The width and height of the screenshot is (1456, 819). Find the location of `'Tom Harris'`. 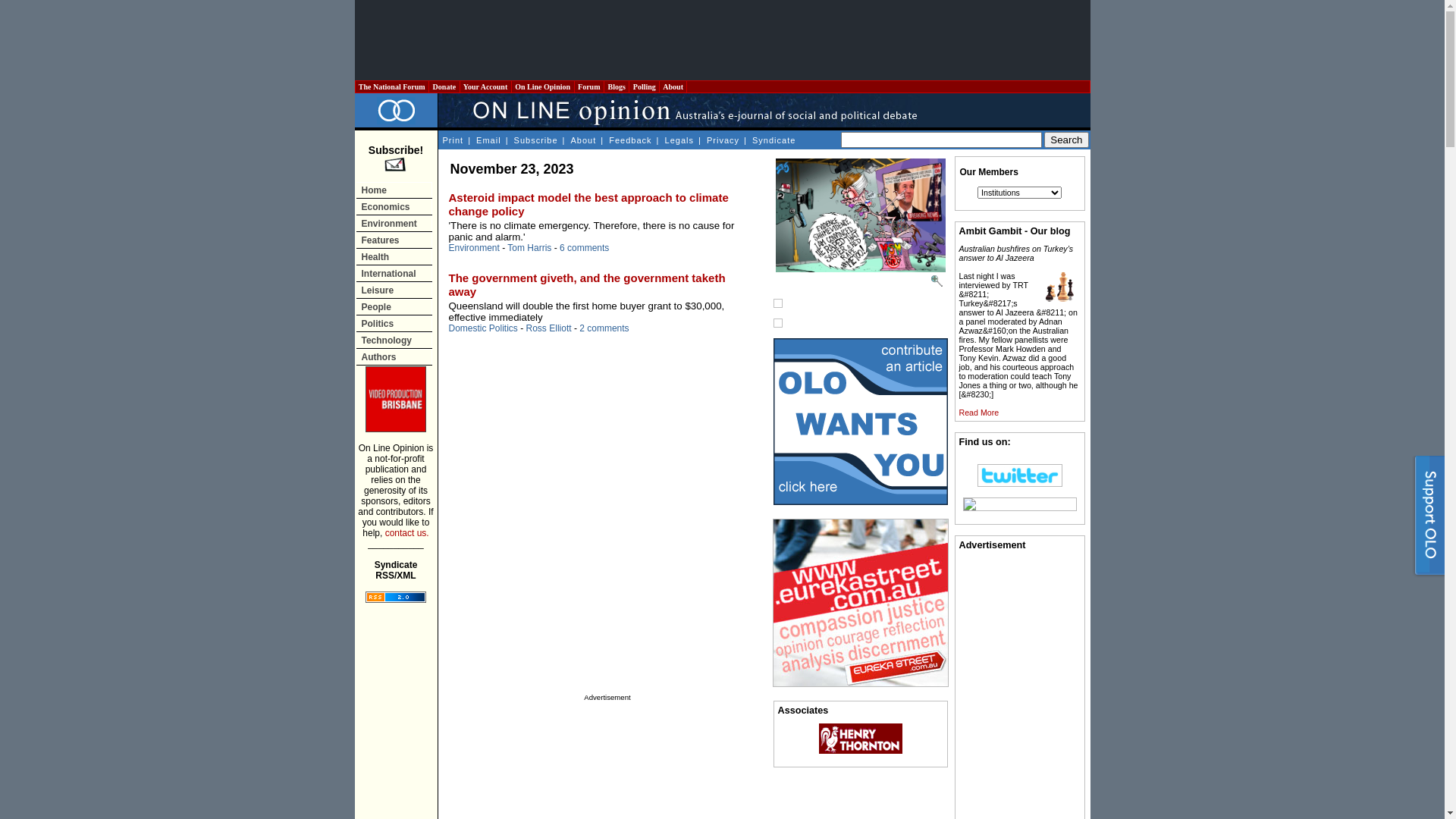

'Tom Harris' is located at coordinates (529, 247).